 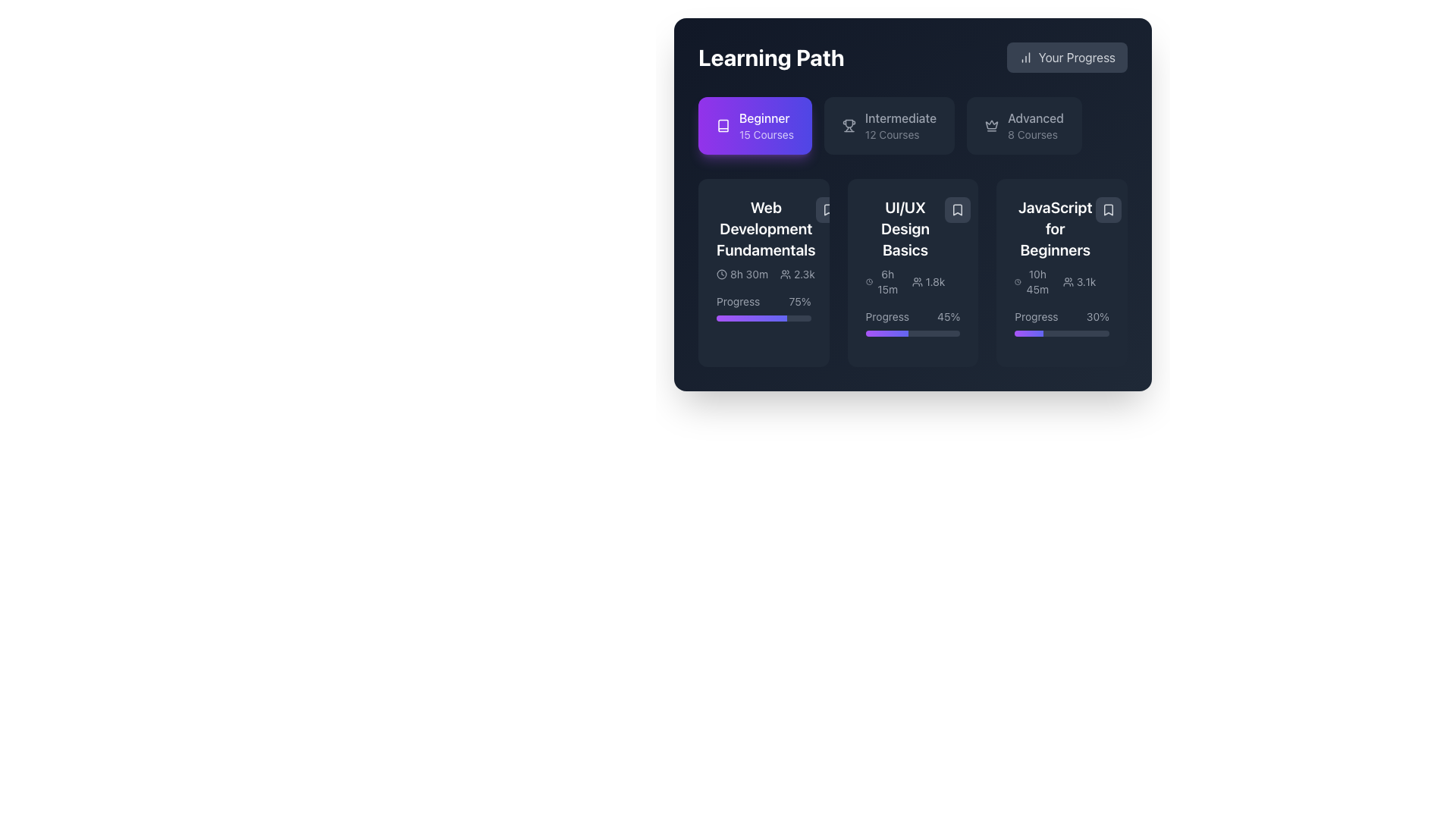 What do you see at coordinates (1109, 210) in the screenshot?
I see `the bookmark icon located in the bottom-right corner of the 'JavaScript for Beginners' card, positioned above the 'Progress 30%' bar` at bounding box center [1109, 210].